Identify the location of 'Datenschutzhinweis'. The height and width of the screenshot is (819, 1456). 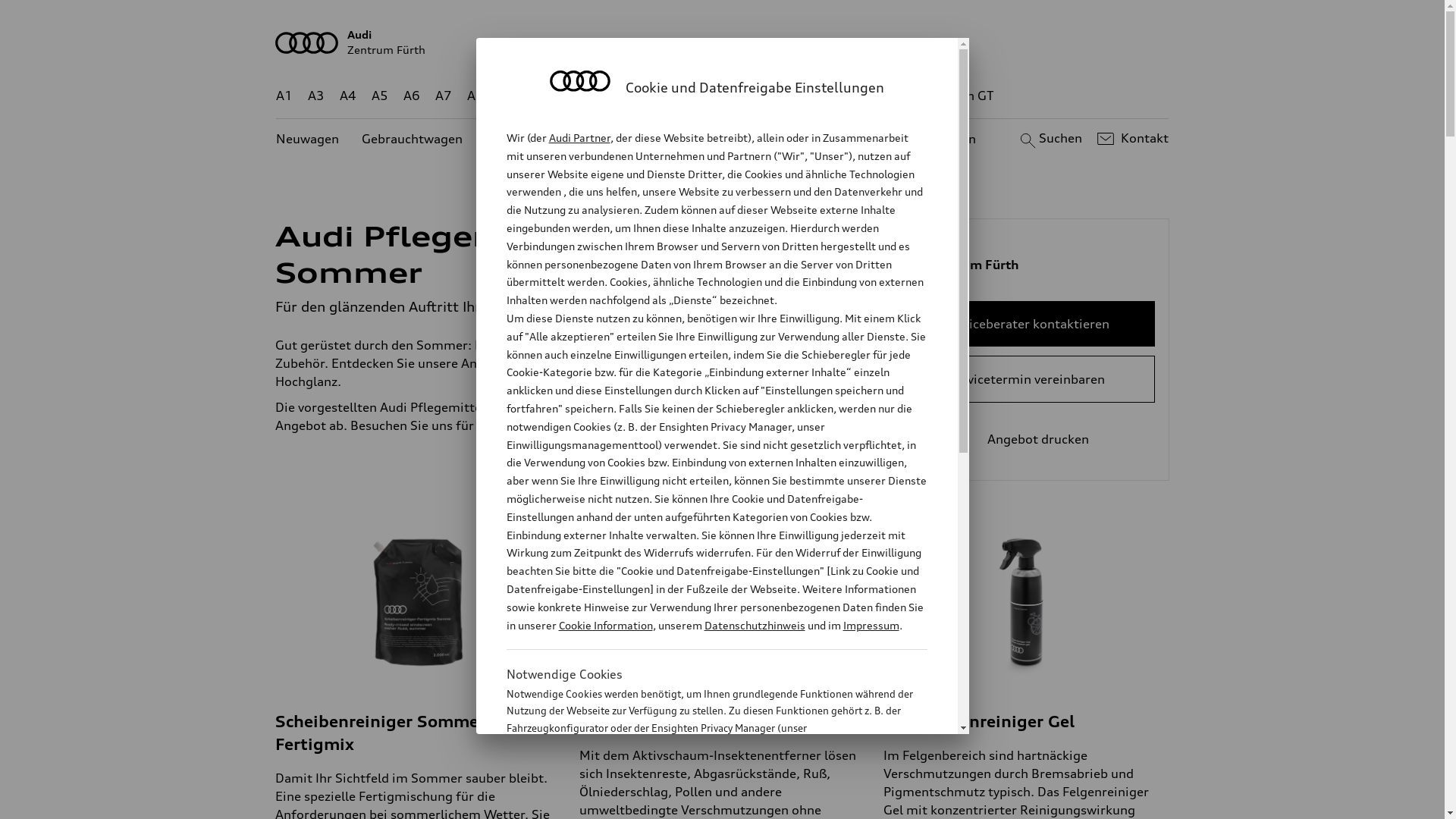
(754, 625).